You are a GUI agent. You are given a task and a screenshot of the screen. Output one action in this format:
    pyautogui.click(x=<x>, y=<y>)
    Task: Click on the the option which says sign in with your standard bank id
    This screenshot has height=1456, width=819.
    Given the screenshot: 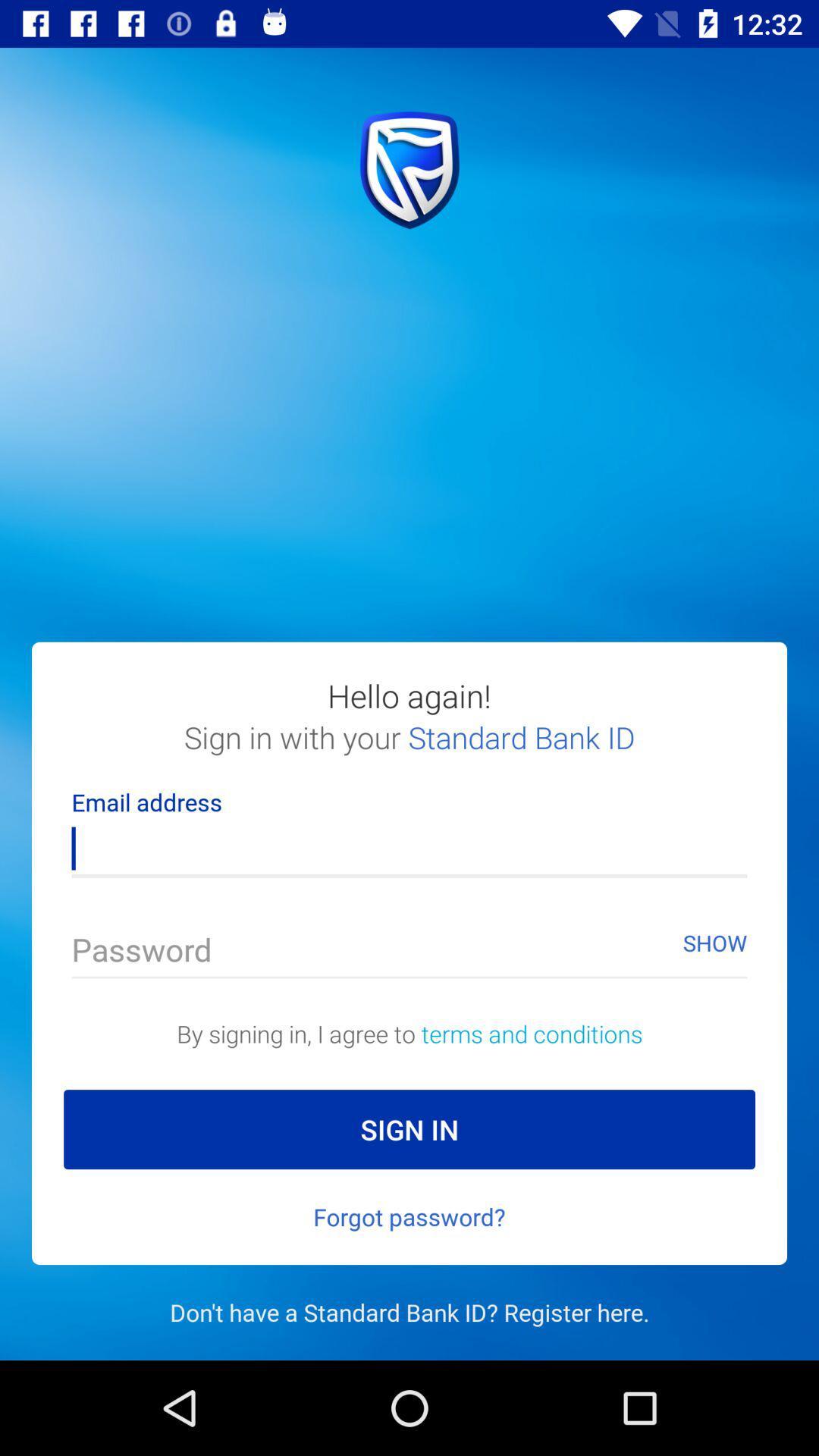 What is the action you would take?
    pyautogui.click(x=409, y=753)
    